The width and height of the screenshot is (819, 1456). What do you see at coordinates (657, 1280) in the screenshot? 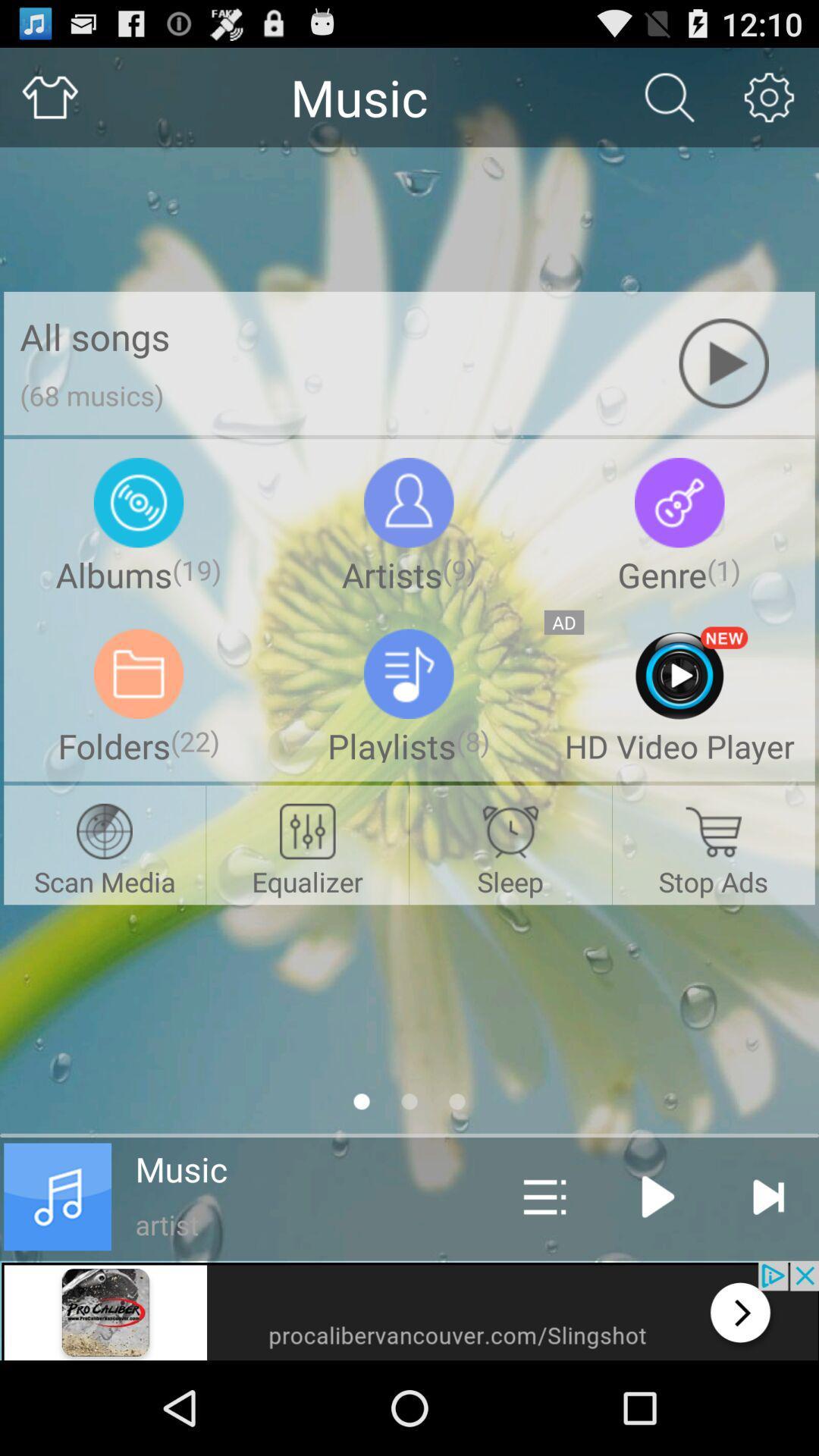
I see `the play icon` at bounding box center [657, 1280].